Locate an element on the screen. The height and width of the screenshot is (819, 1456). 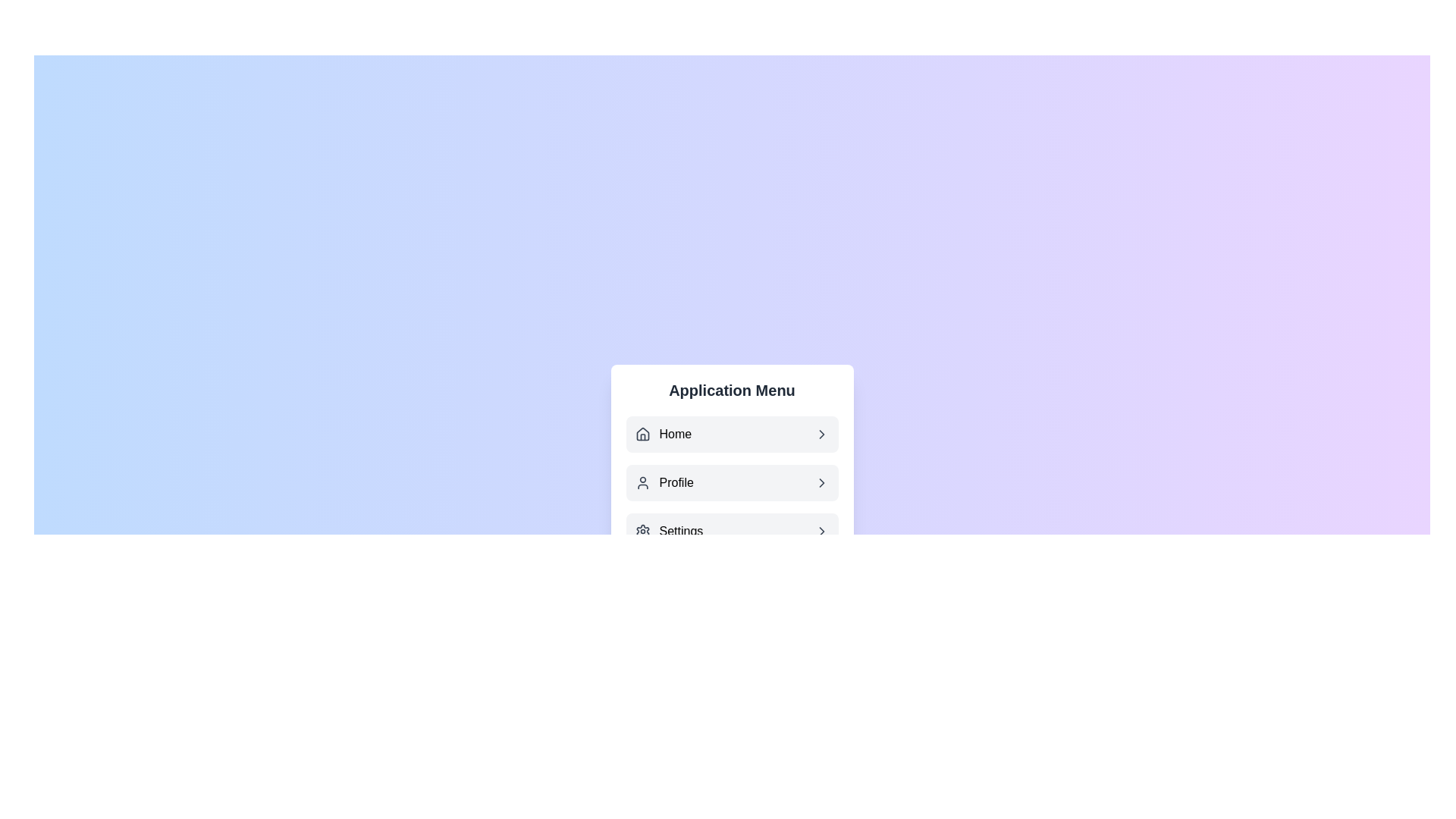
the 'Home' navigation link, which features a house icon and is the first item in the vertical menu is located at coordinates (663, 435).